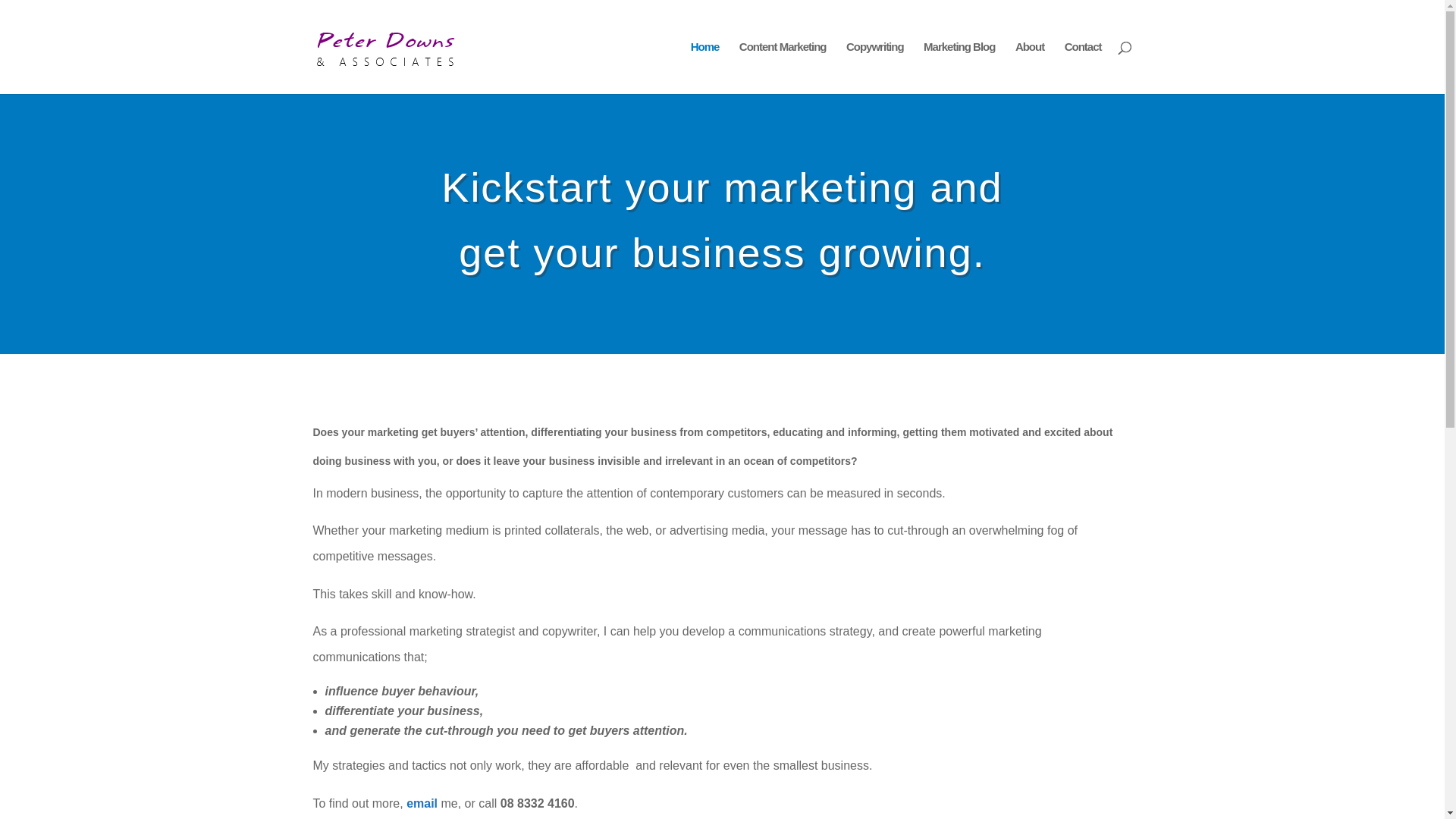 Image resolution: width=1456 pixels, height=819 pixels. What do you see at coordinates (959, 67) in the screenshot?
I see `'Marketing Blog'` at bounding box center [959, 67].